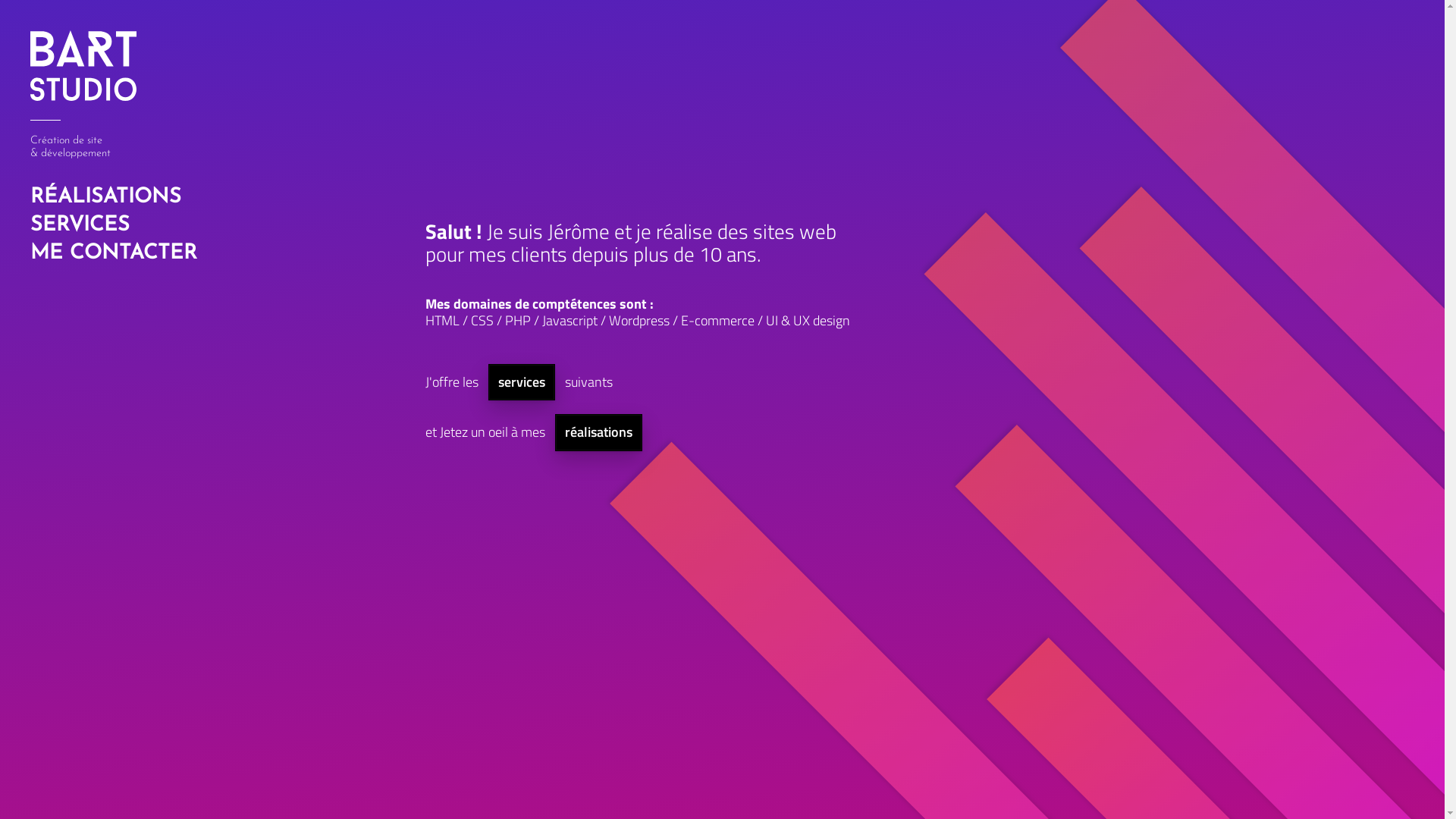 This screenshot has height=819, width=1456. I want to click on 'ME CONTACTER', so click(26, 253).